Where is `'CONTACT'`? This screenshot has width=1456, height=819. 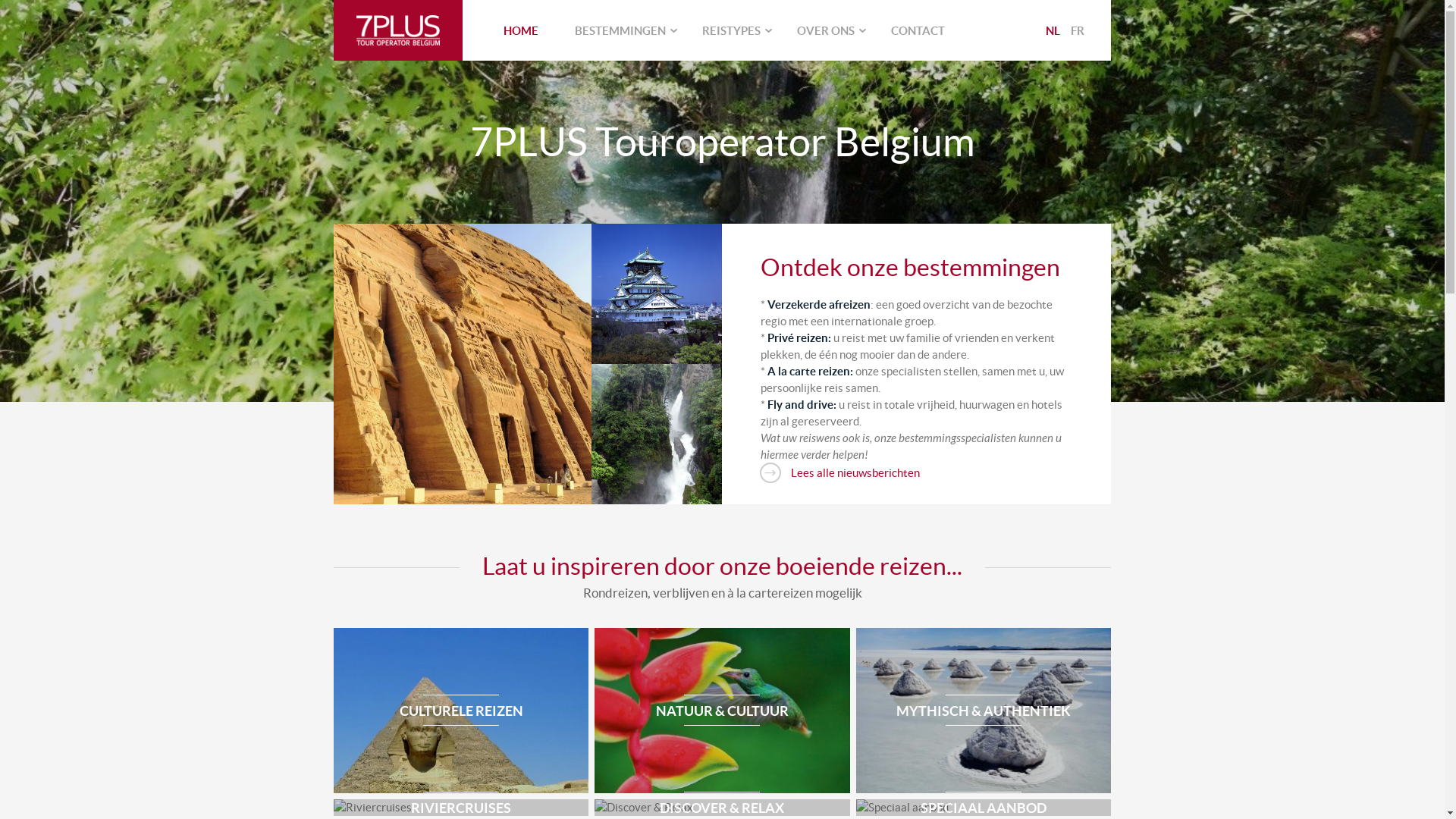
'CONTACT' is located at coordinates (917, 30).